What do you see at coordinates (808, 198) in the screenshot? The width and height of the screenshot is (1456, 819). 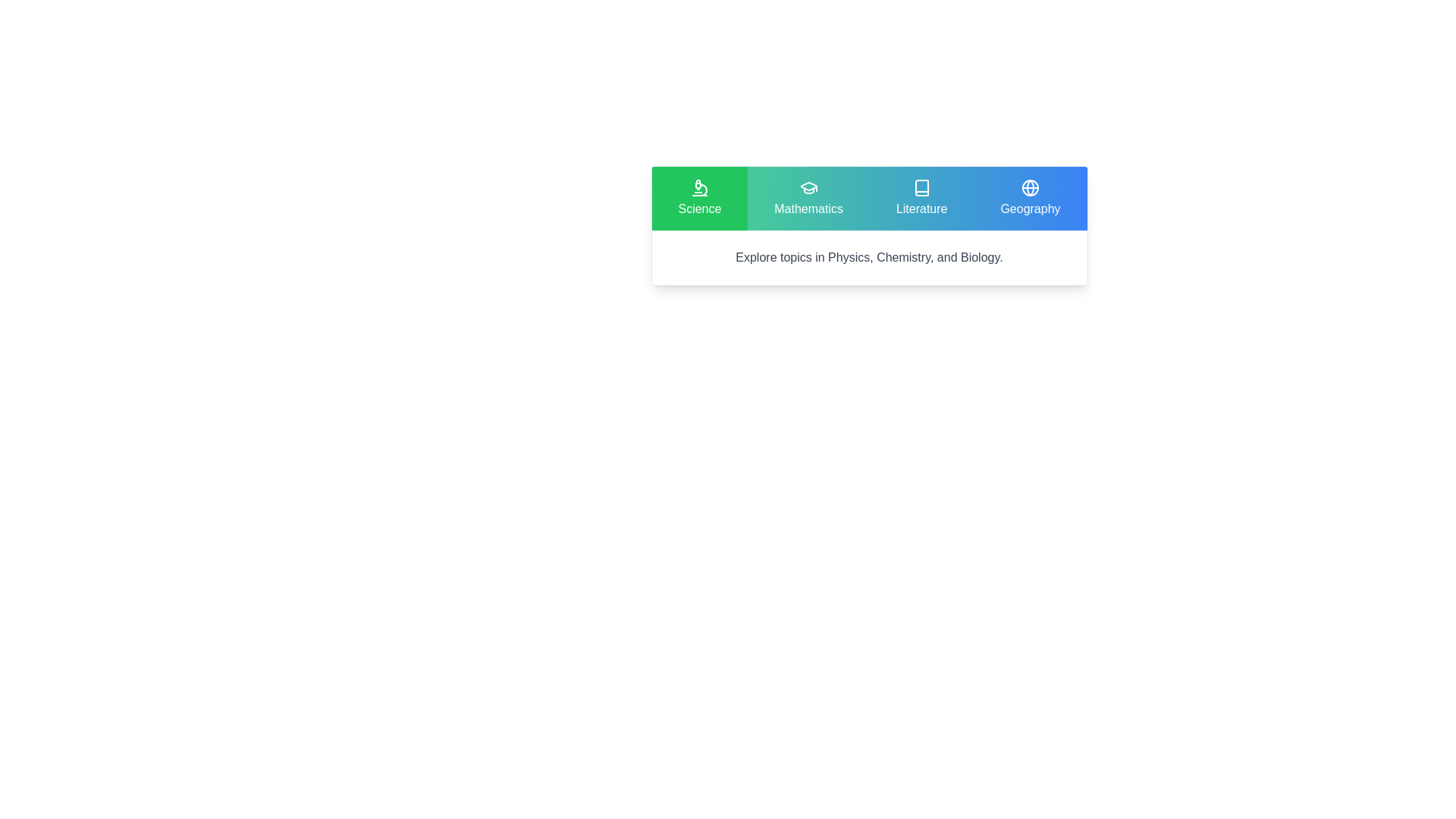 I see `the 'Mathematics' tab button, which is a rectangular tab with a gradient from green to blue and contains a white graduation cap icon above the text 'Mathematics'` at bounding box center [808, 198].